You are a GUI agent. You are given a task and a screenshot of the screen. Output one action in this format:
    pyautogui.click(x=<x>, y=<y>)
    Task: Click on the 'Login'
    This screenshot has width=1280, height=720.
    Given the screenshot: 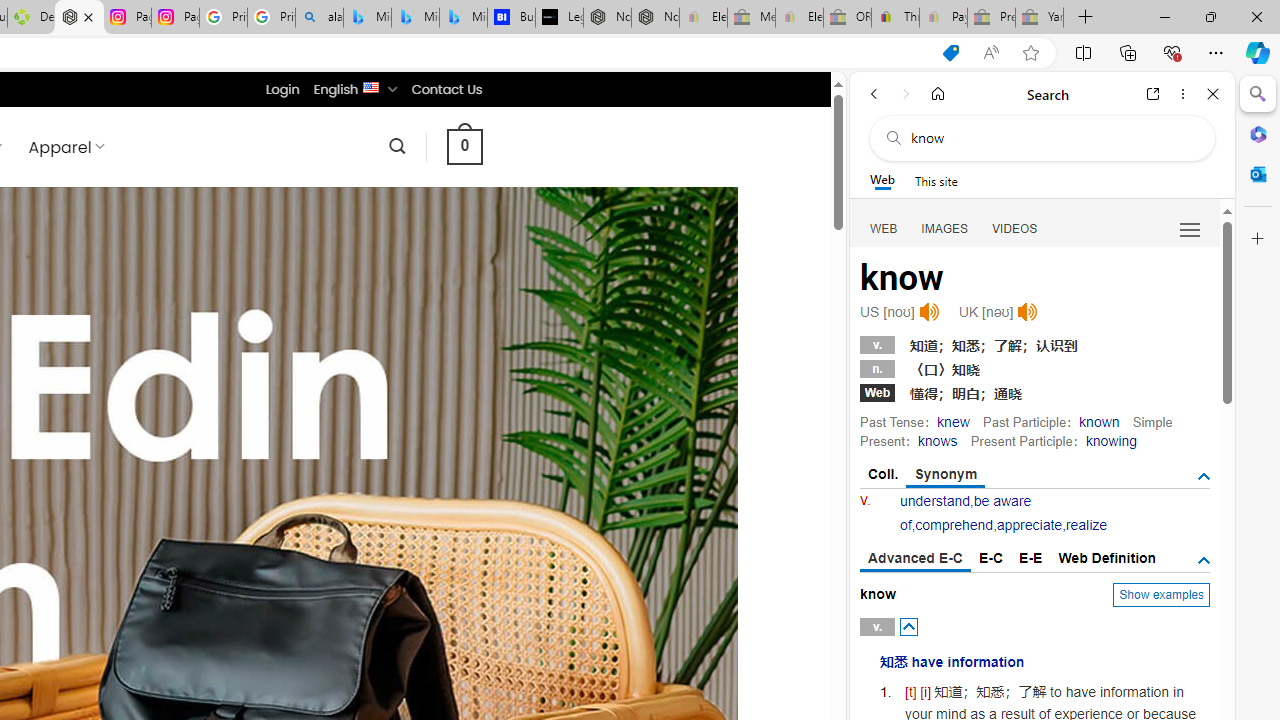 What is the action you would take?
    pyautogui.click(x=281, y=88)
    